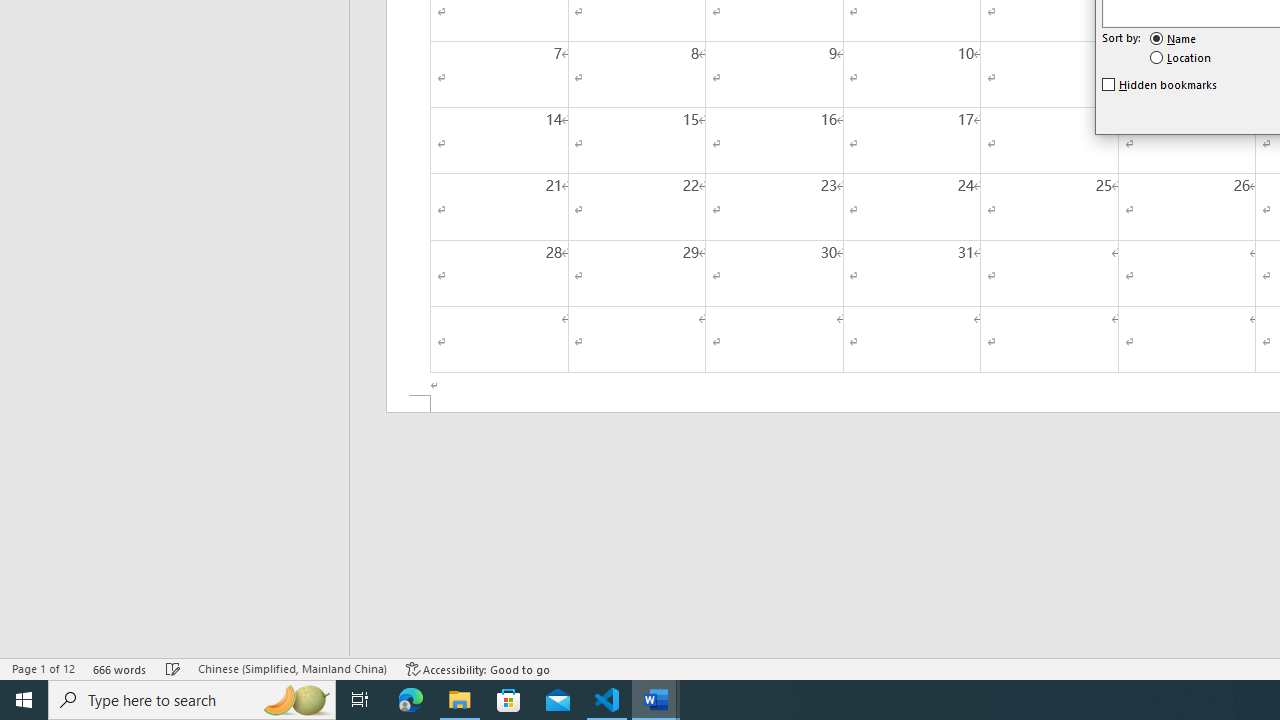  I want to click on 'Hidden bookmarks', so click(1160, 83).